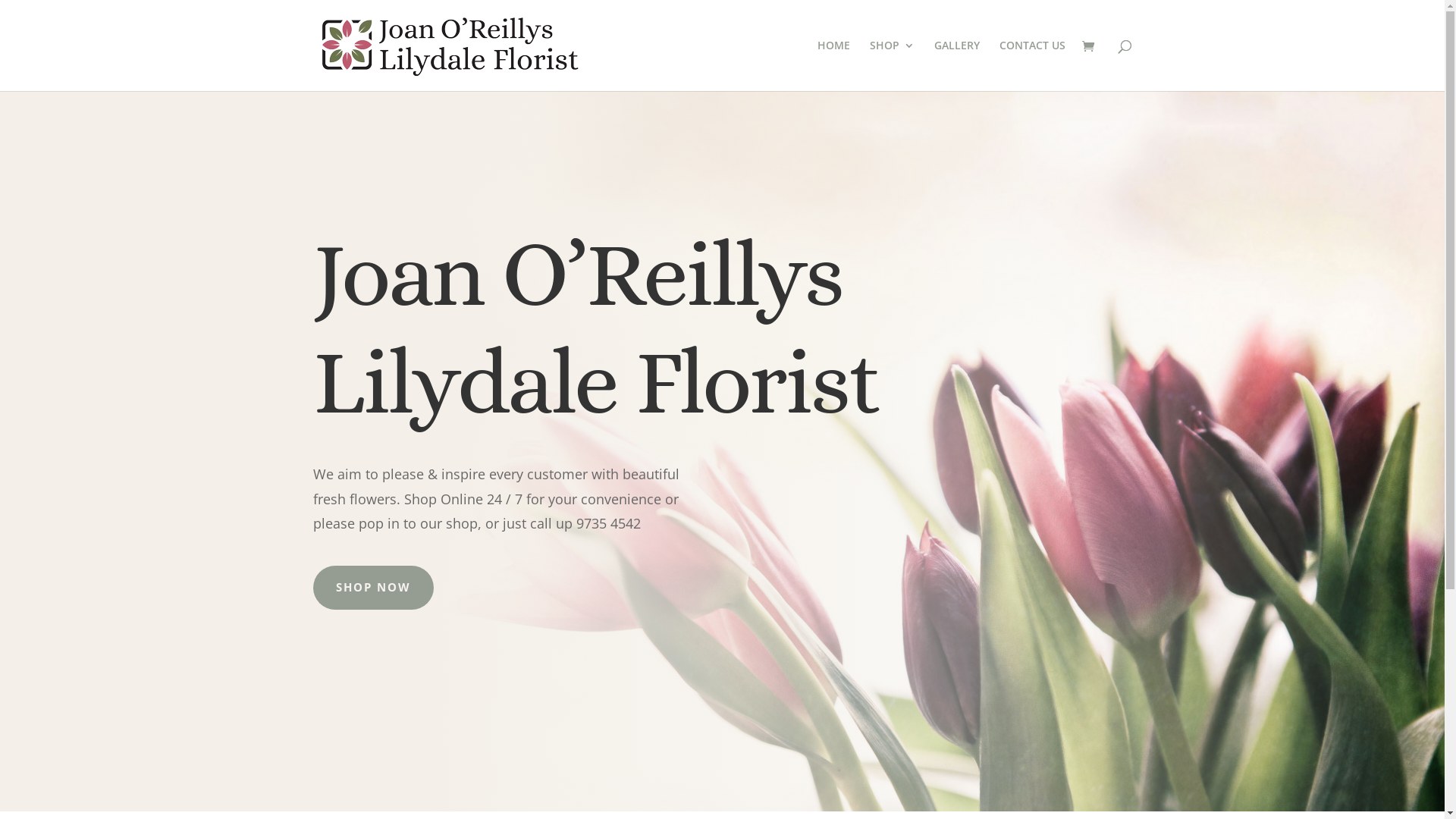 This screenshot has height=819, width=1456. What do you see at coordinates (312, 587) in the screenshot?
I see `'SHOP NOW'` at bounding box center [312, 587].